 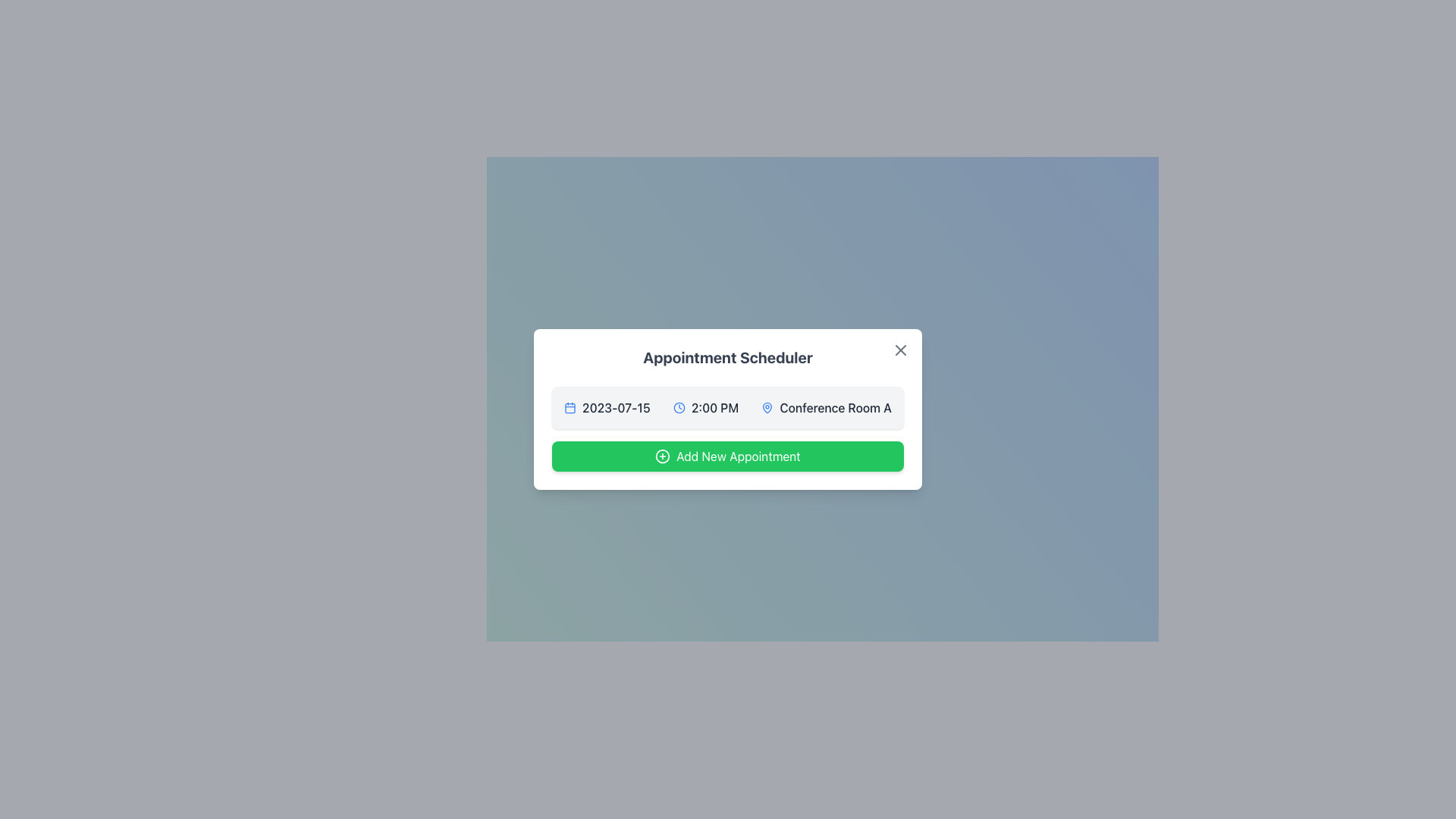 I want to click on the calendar SVG icon located to the far-left side of the row containing the date text '2023-07-15', so click(x=570, y=406).